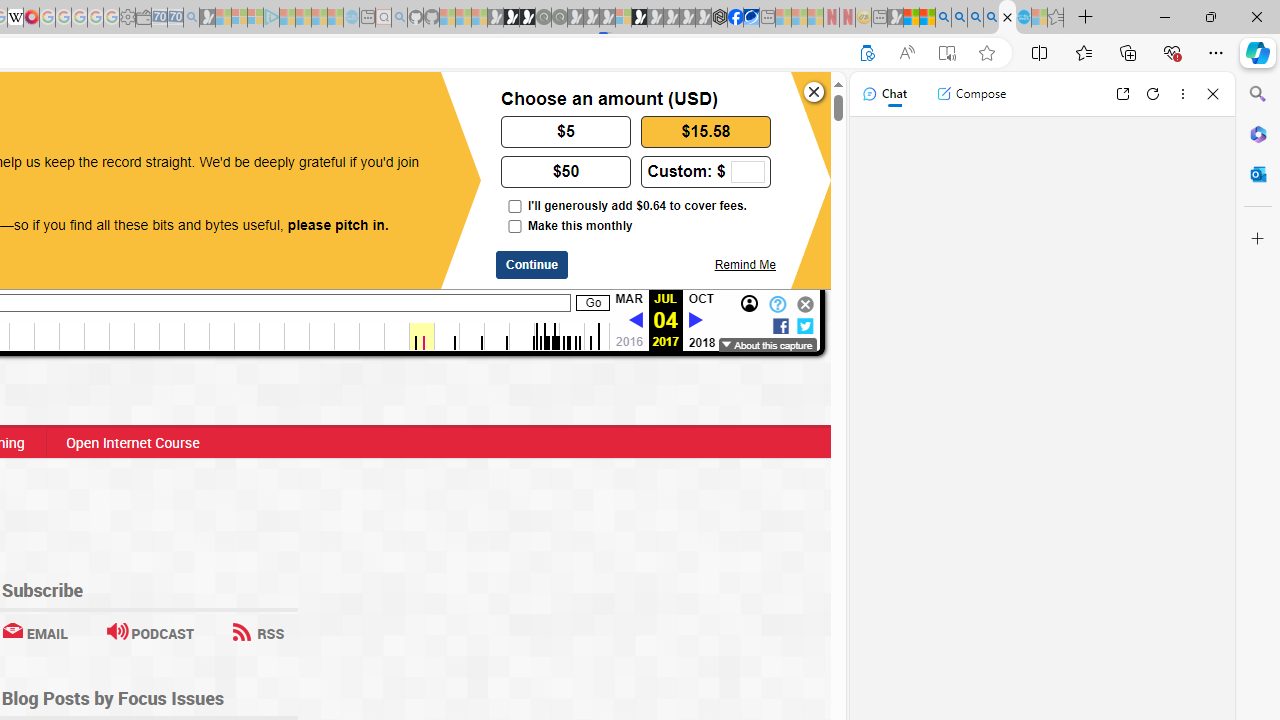 The image size is (1280, 720). I want to click on 'Next capture', so click(695, 320).